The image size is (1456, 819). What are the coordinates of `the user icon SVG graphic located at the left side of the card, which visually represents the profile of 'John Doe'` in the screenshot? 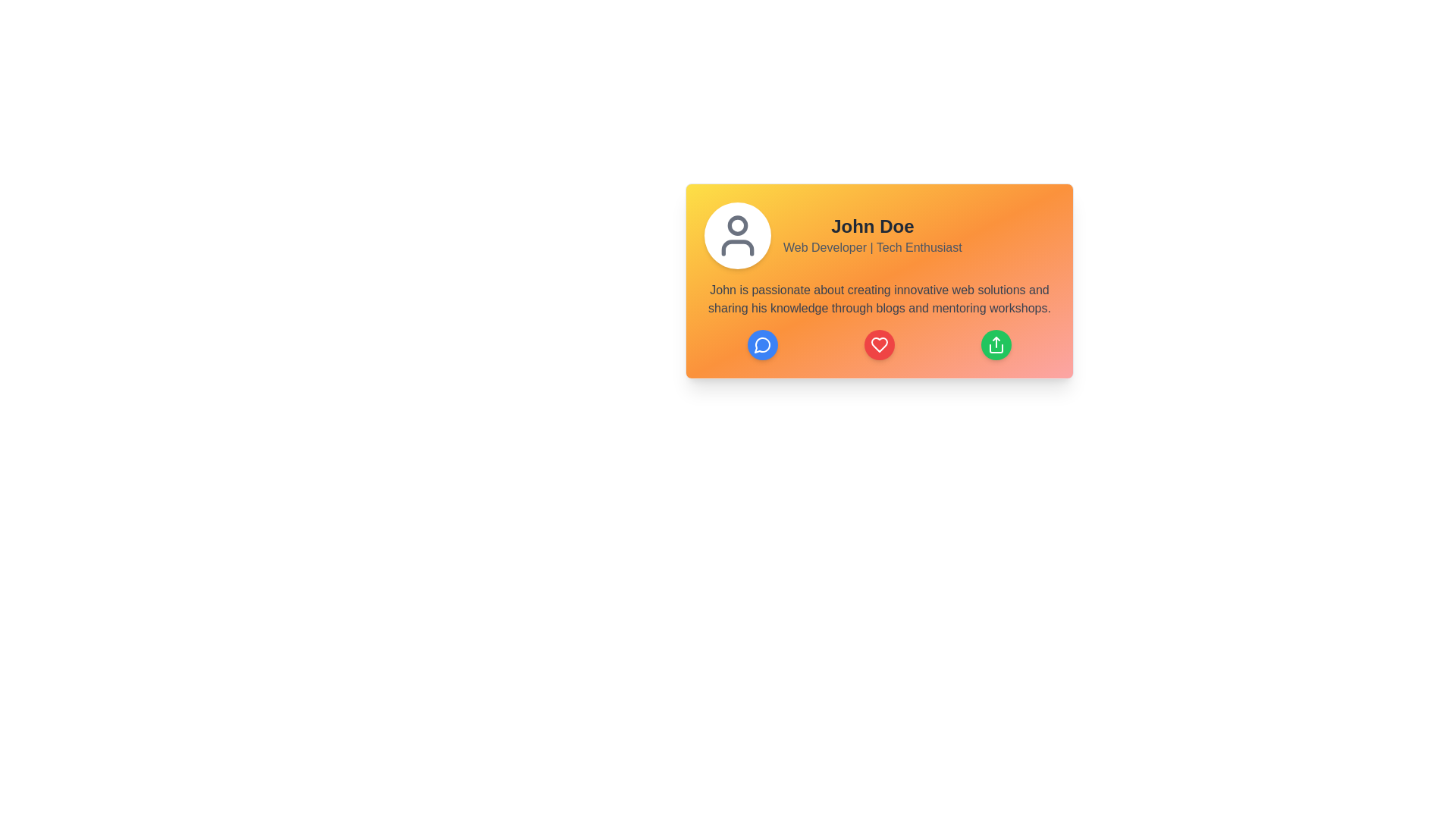 It's located at (738, 247).